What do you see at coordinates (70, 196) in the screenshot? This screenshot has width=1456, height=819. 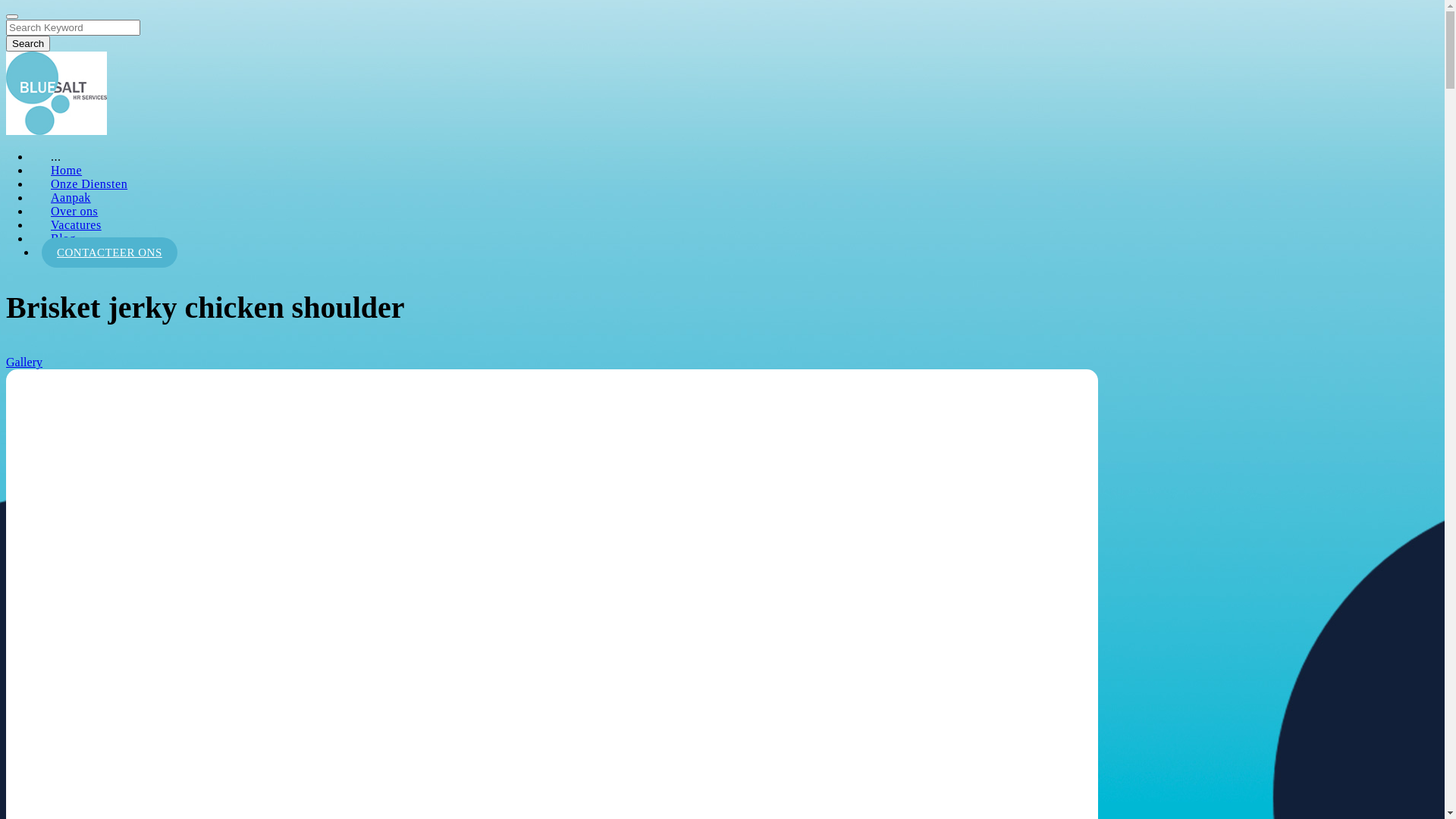 I see `'Aanpak'` at bounding box center [70, 196].